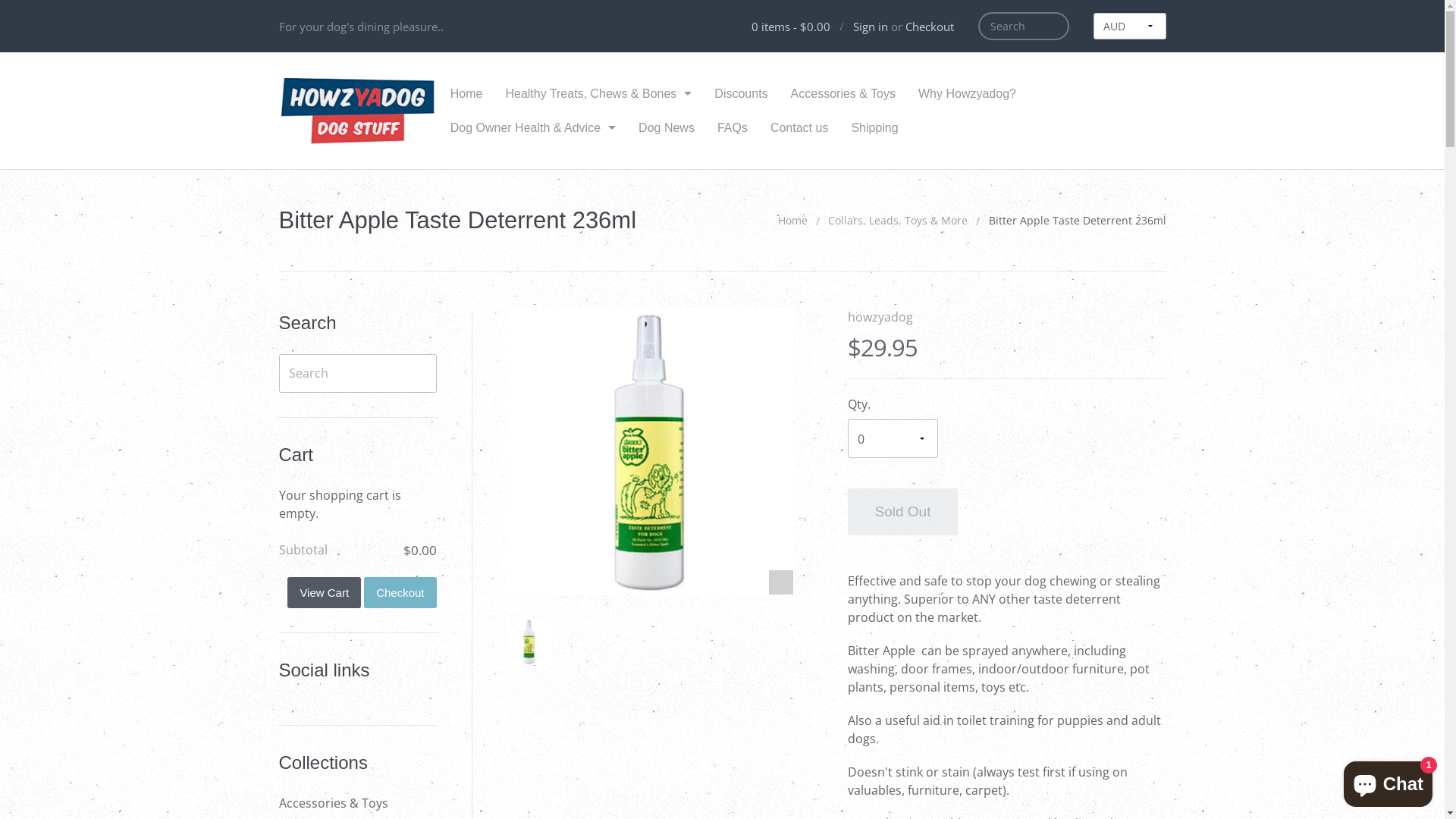 The image size is (1456, 819). I want to click on 'View Cart', so click(323, 591).